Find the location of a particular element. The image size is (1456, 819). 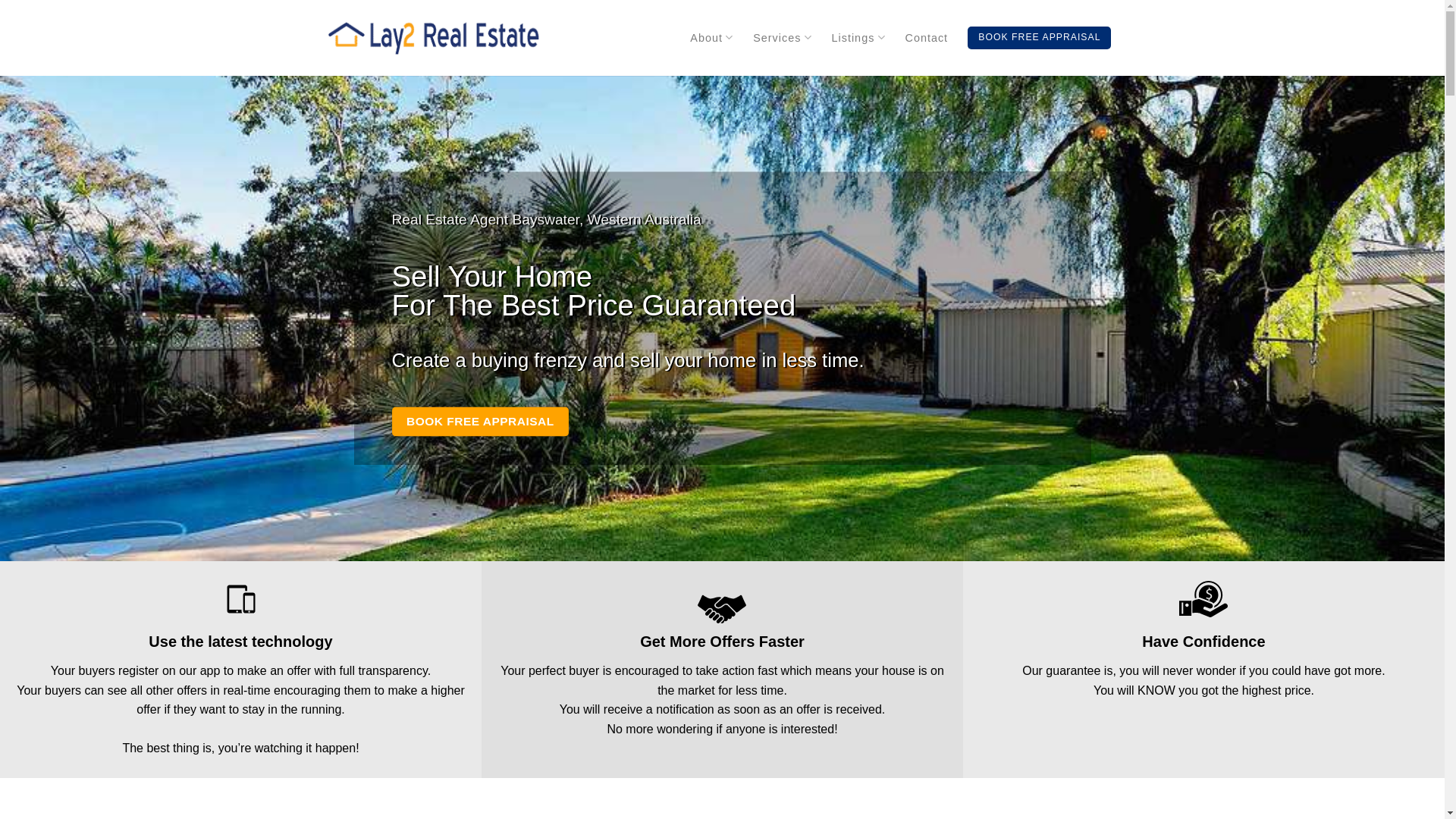

'Contact' is located at coordinates (926, 37).